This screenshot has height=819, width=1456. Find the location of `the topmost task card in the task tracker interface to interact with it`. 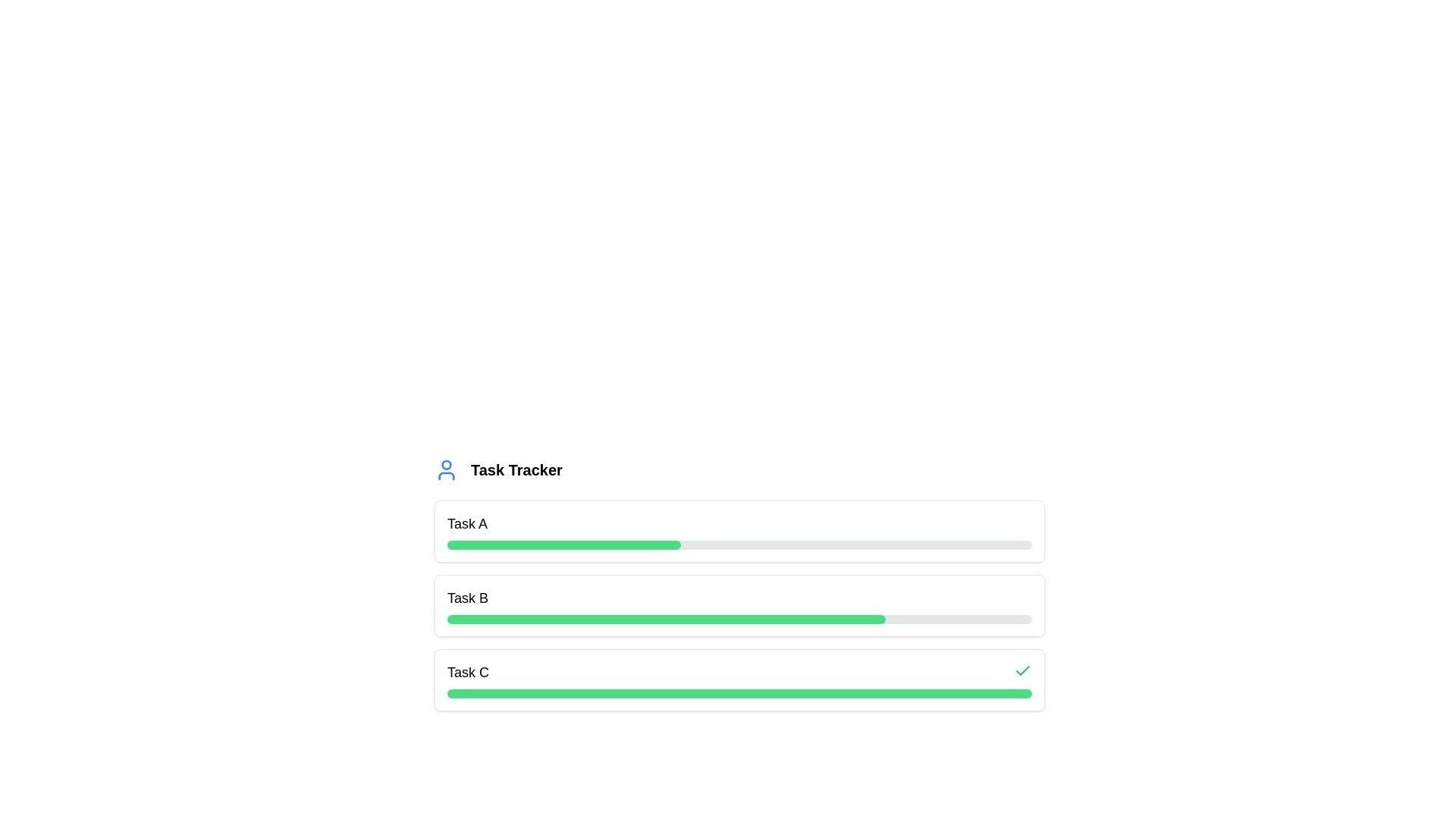

the topmost task card in the task tracker interface to interact with it is located at coordinates (739, 531).